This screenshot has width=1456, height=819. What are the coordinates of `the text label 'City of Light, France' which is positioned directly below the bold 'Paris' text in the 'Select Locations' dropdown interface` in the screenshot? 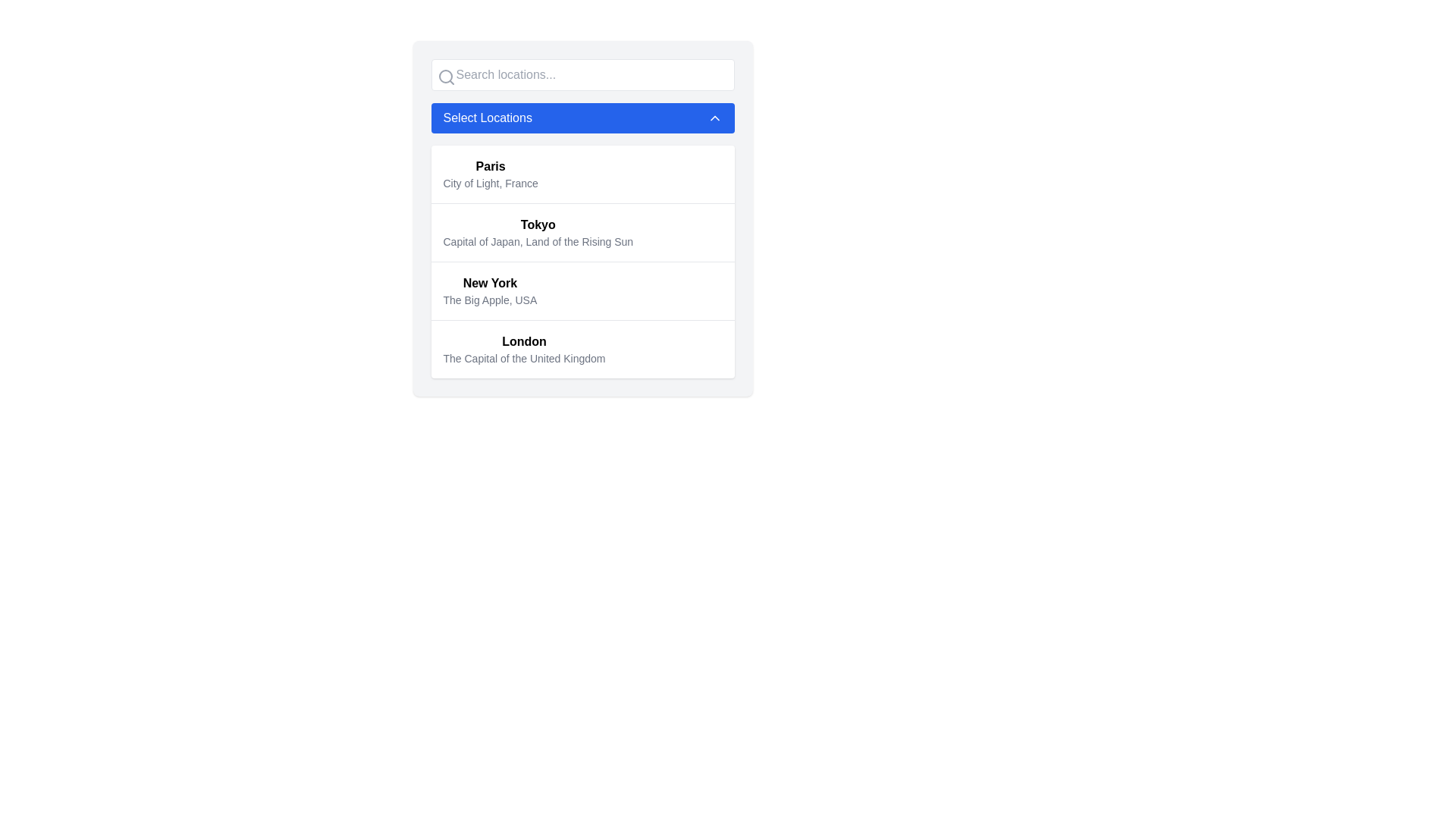 It's located at (491, 183).